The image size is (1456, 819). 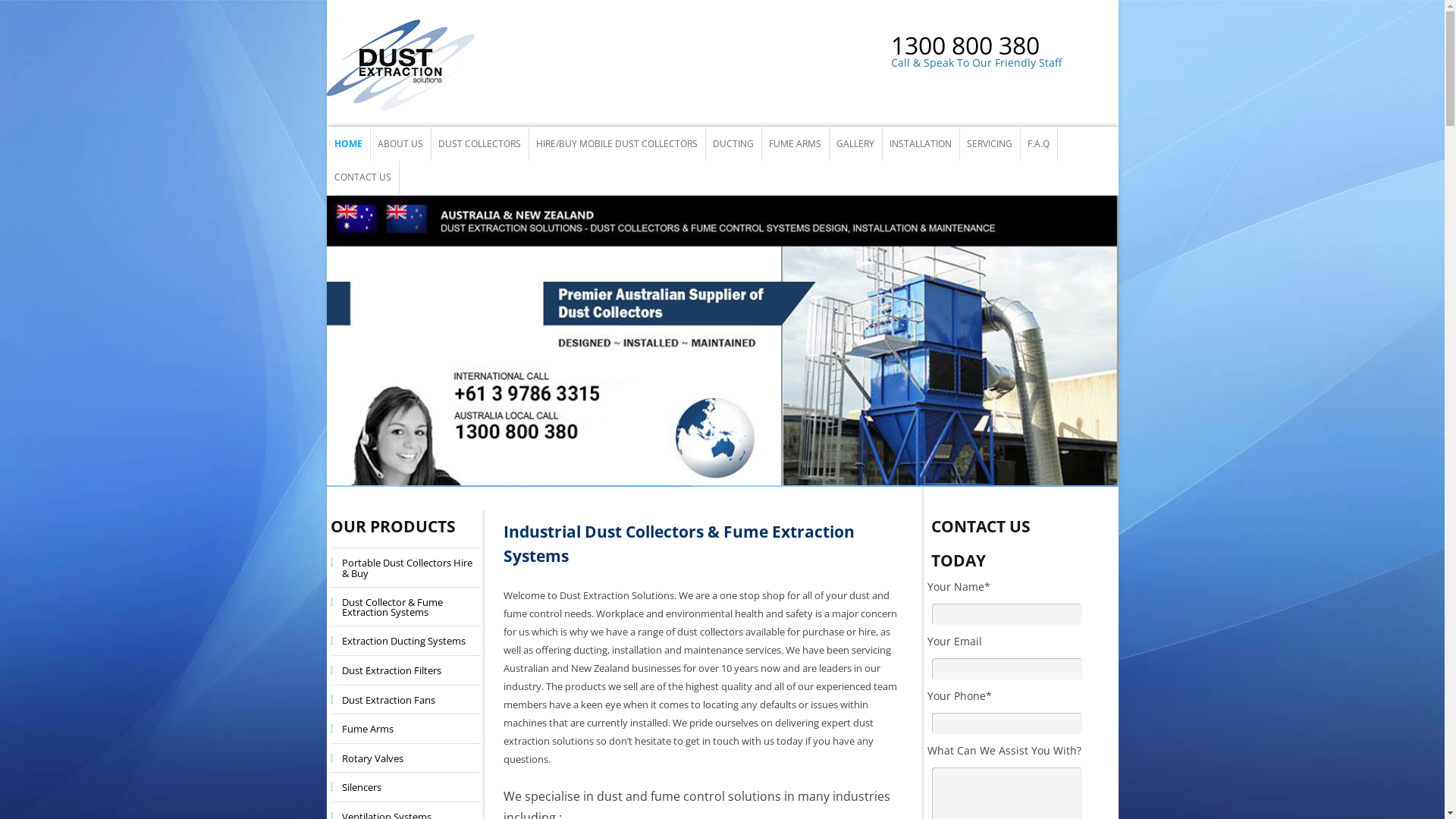 I want to click on 'Dust Extraction Filters', so click(x=387, y=669).